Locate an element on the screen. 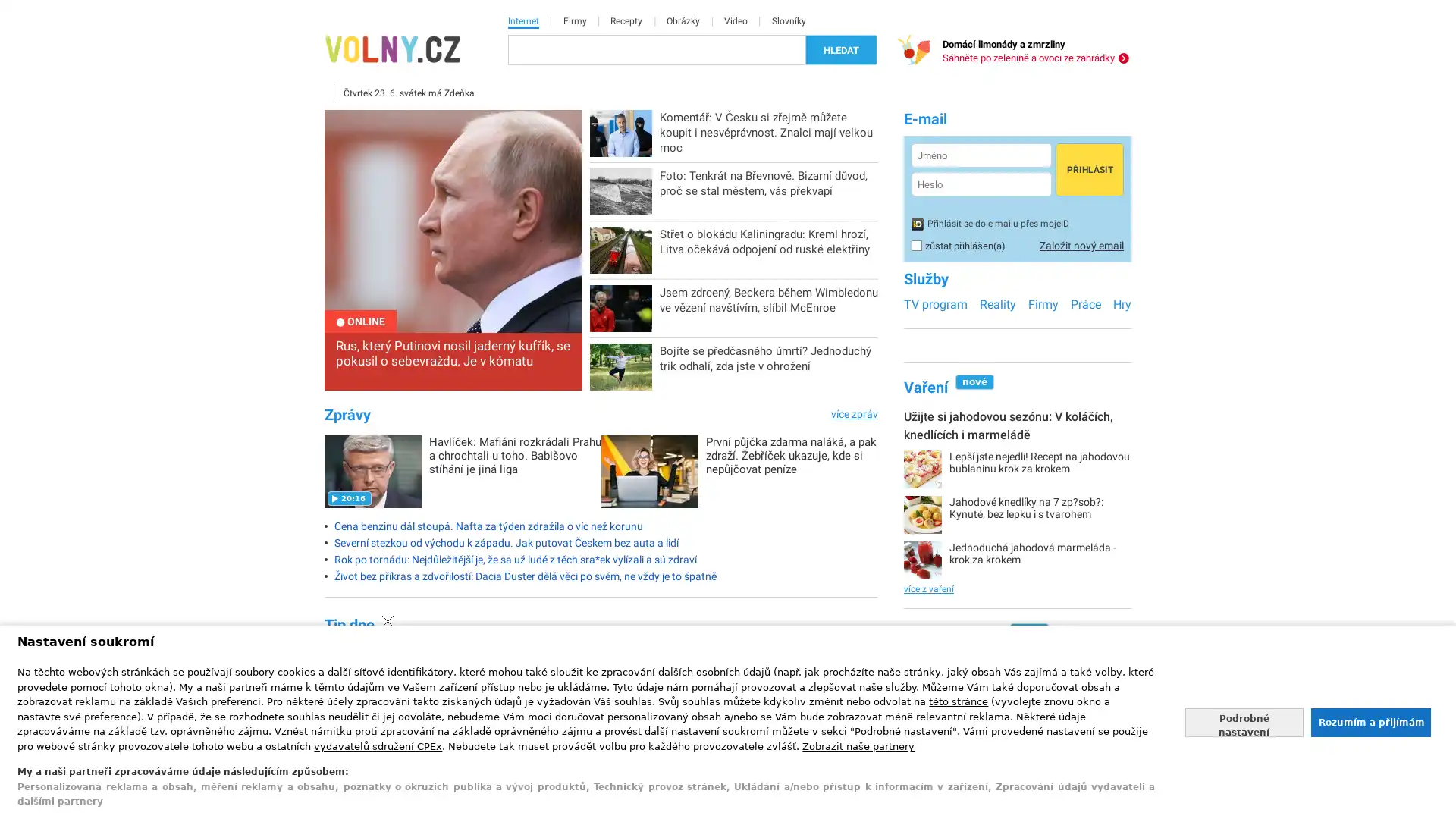 The width and height of the screenshot is (1456, 819). Zobrazit nase partnery is located at coordinates (858, 745).